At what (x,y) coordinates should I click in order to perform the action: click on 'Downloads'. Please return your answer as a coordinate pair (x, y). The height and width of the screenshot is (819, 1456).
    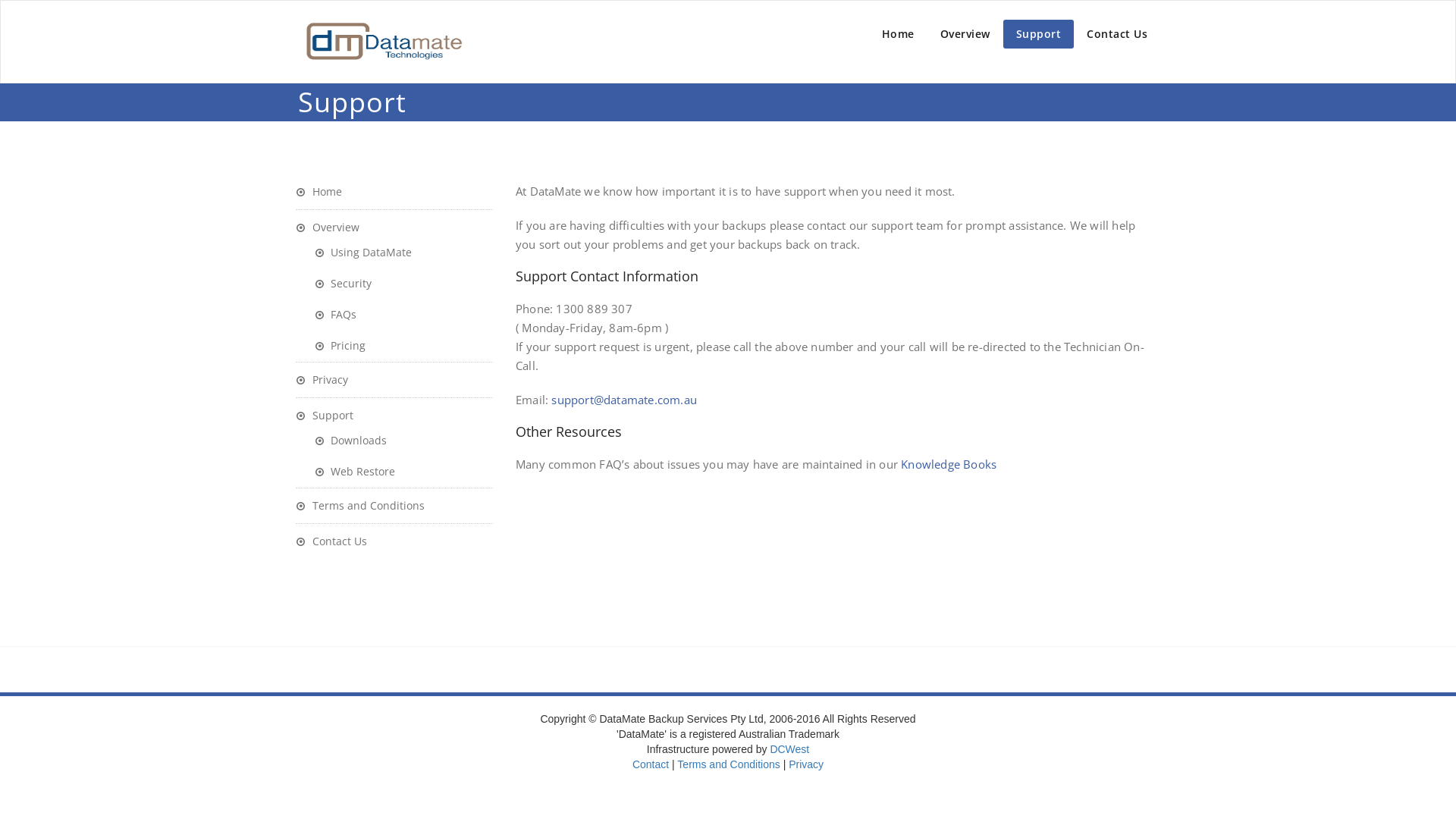
    Looking at the image, I should click on (350, 440).